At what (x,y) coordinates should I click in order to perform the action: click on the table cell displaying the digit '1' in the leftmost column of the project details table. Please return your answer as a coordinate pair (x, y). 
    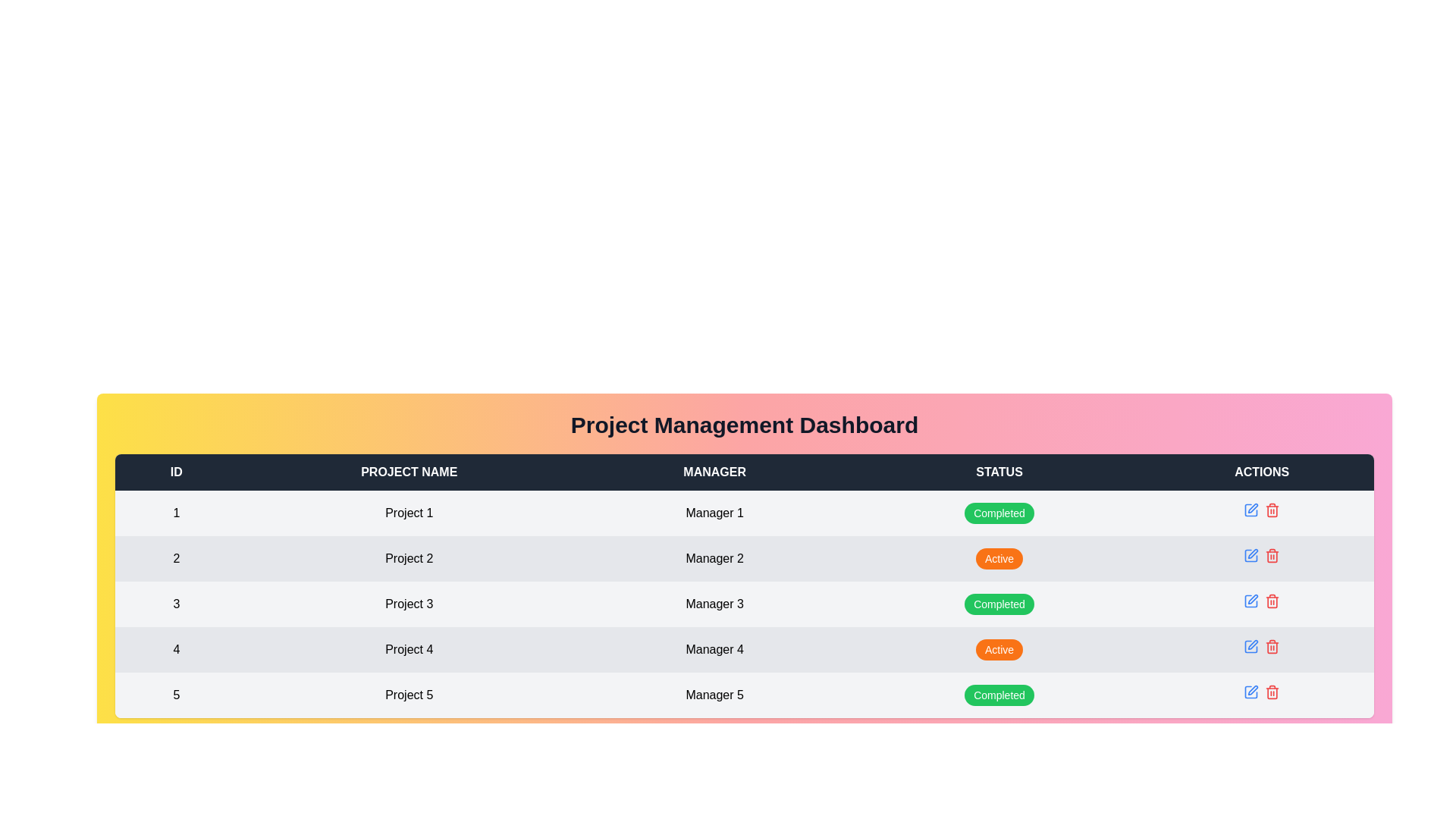
    Looking at the image, I should click on (176, 513).